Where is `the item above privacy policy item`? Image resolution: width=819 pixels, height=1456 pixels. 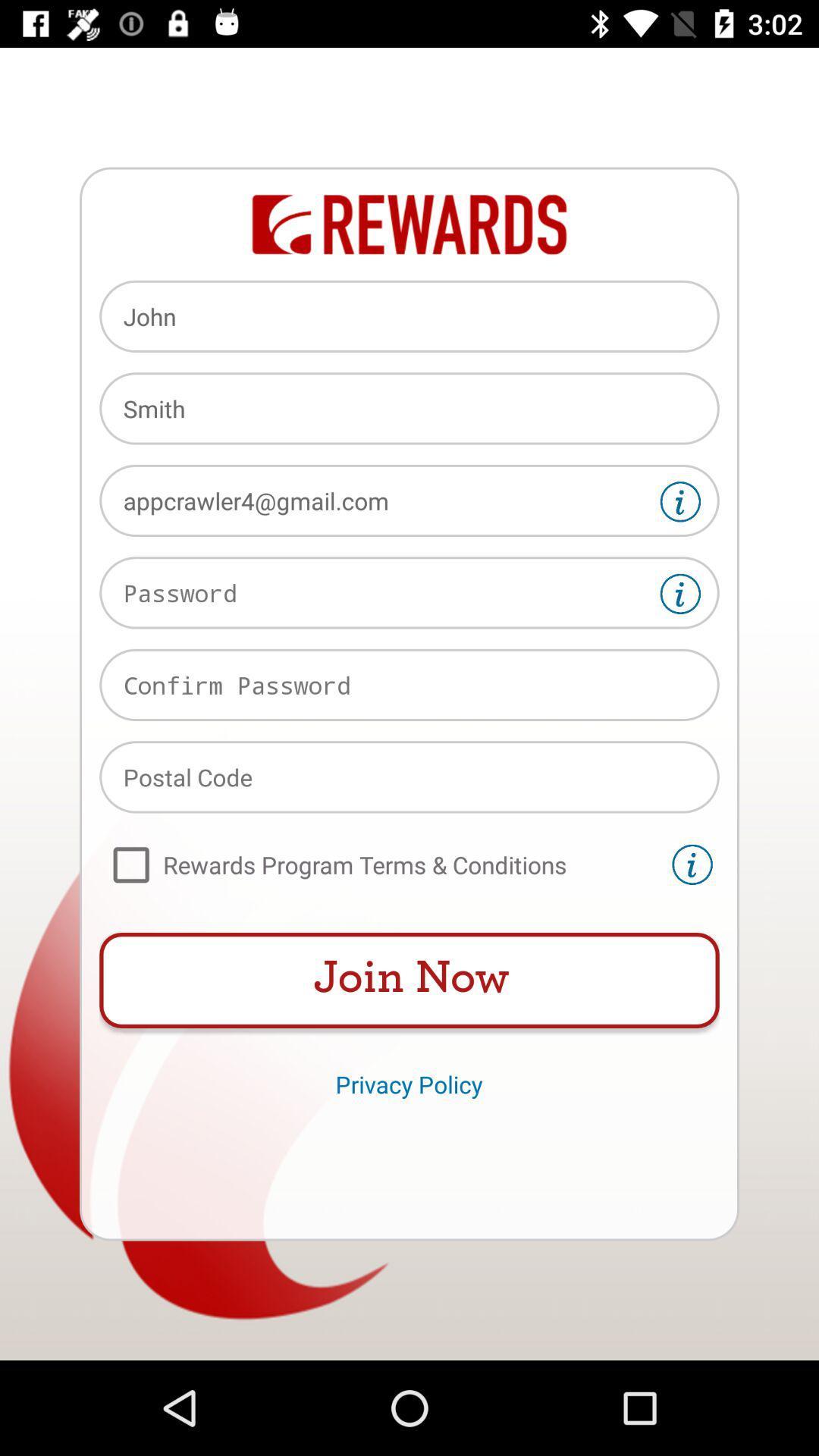 the item above privacy policy item is located at coordinates (409, 980).